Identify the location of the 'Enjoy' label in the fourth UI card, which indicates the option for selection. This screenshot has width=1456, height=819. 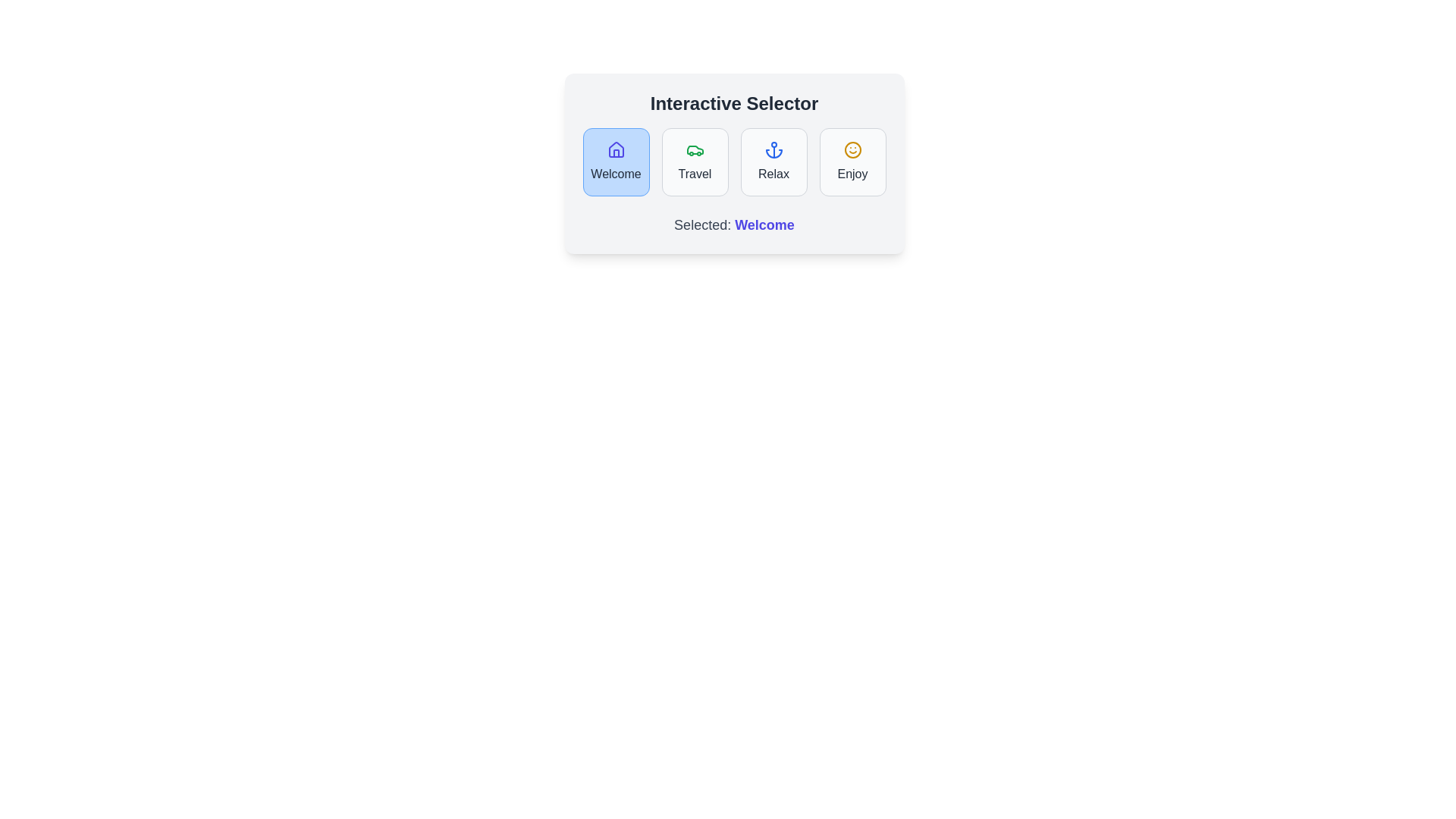
(852, 174).